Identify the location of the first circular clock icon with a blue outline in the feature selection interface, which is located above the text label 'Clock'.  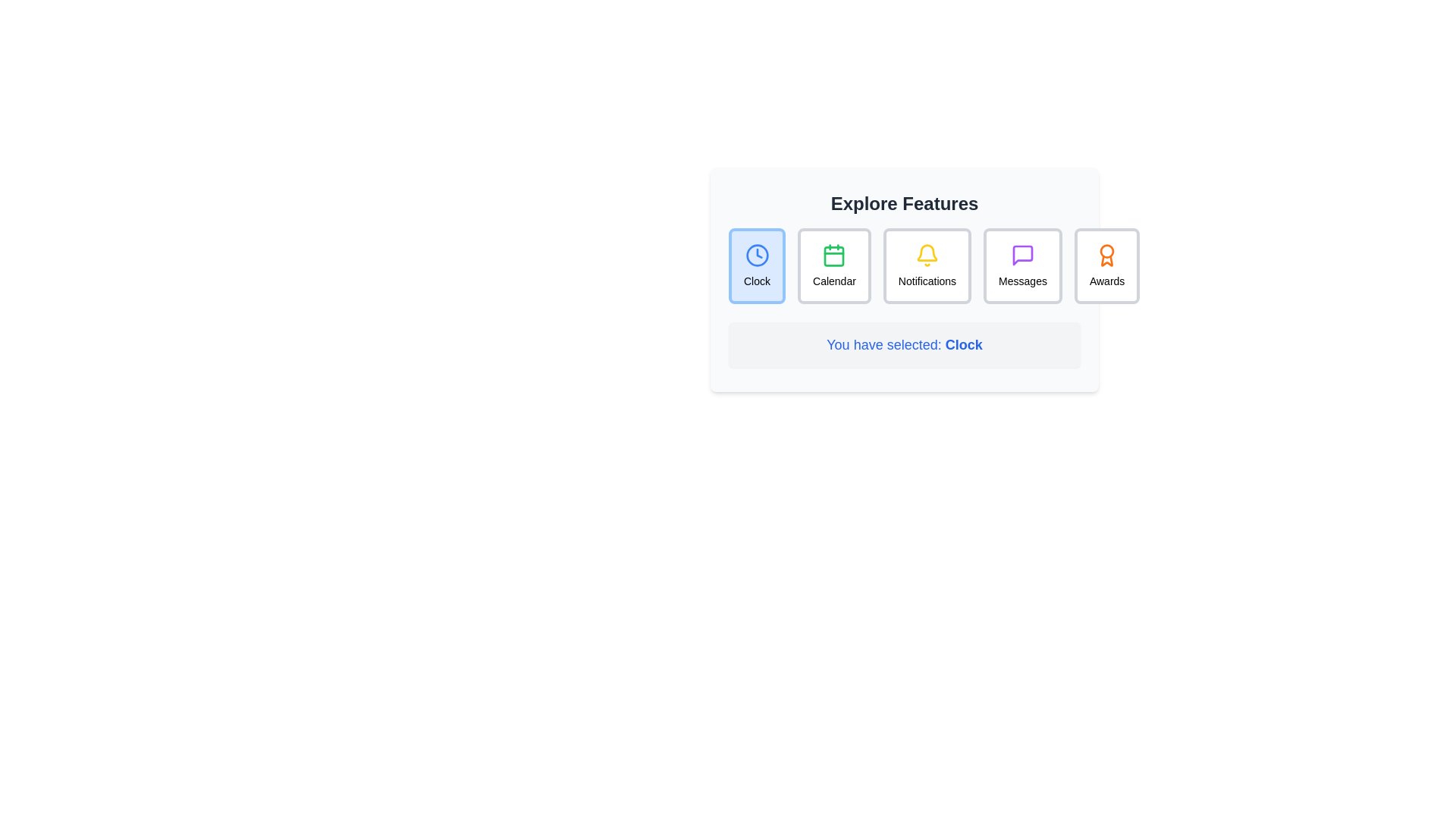
(757, 254).